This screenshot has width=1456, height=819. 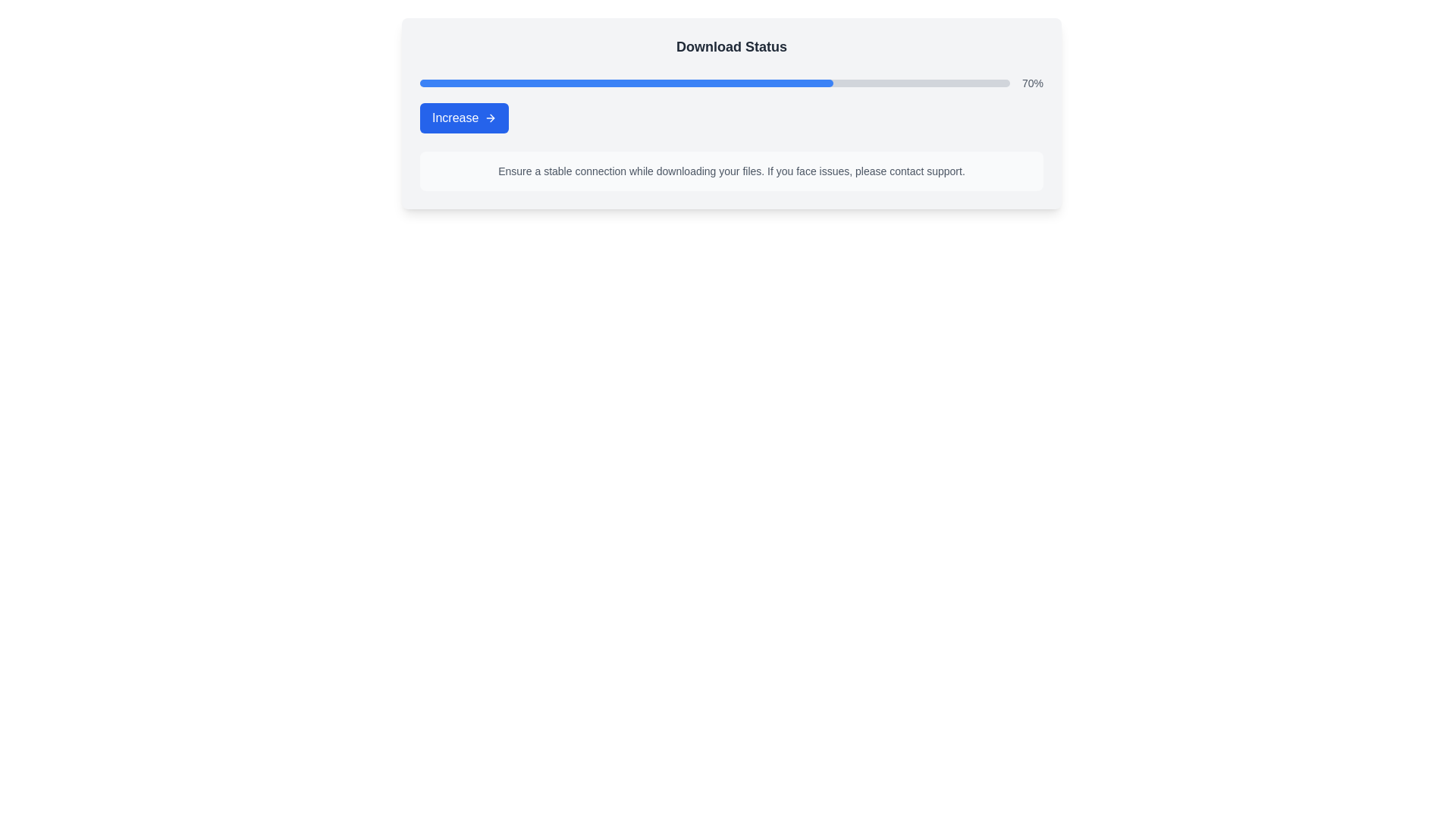 What do you see at coordinates (1032, 83) in the screenshot?
I see `the text label indicating the current percentage completion of a process, which is located at the far-right end of the horizontal progress bar` at bounding box center [1032, 83].